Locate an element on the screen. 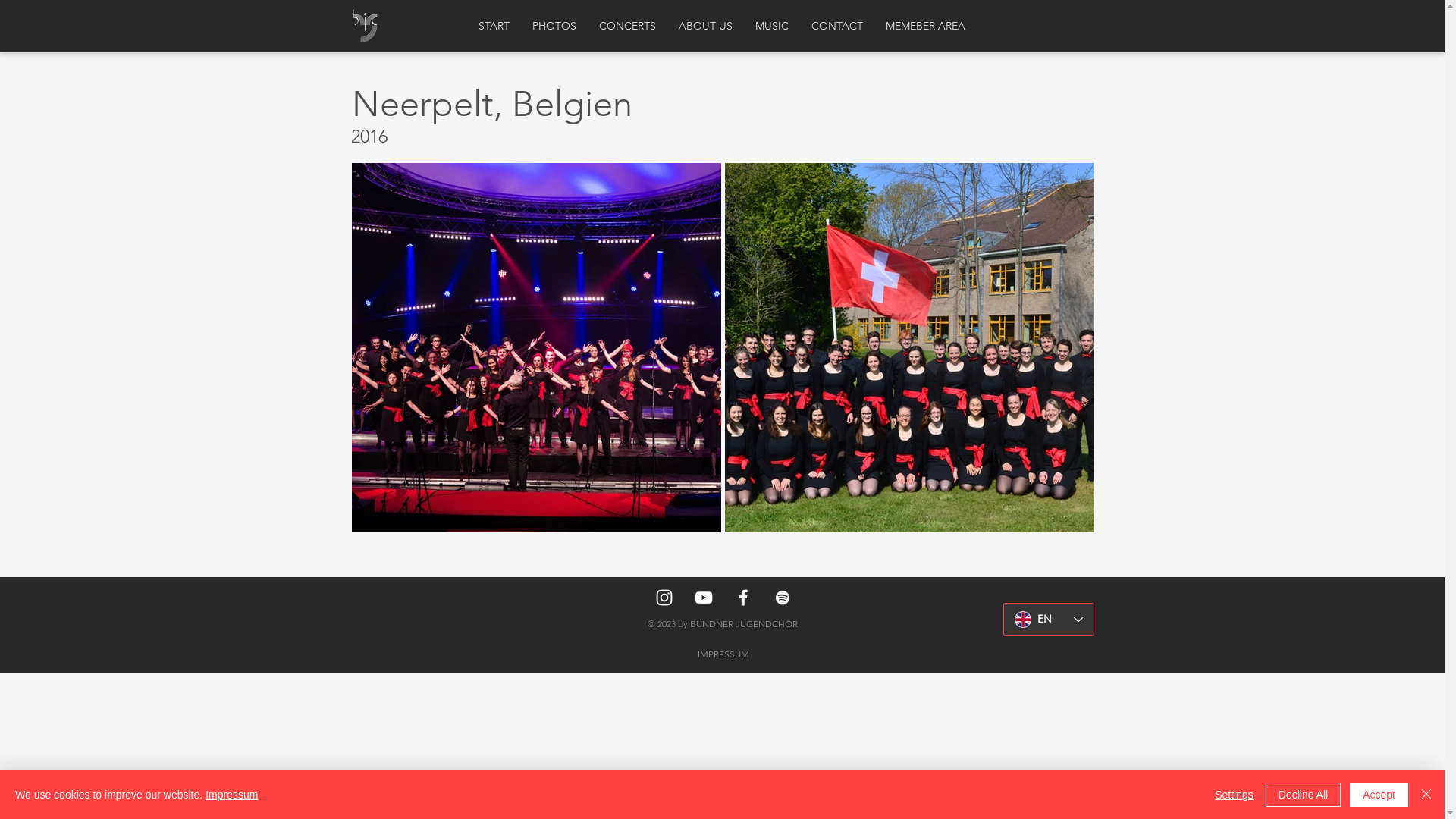  'Accept' is located at coordinates (1379, 794).